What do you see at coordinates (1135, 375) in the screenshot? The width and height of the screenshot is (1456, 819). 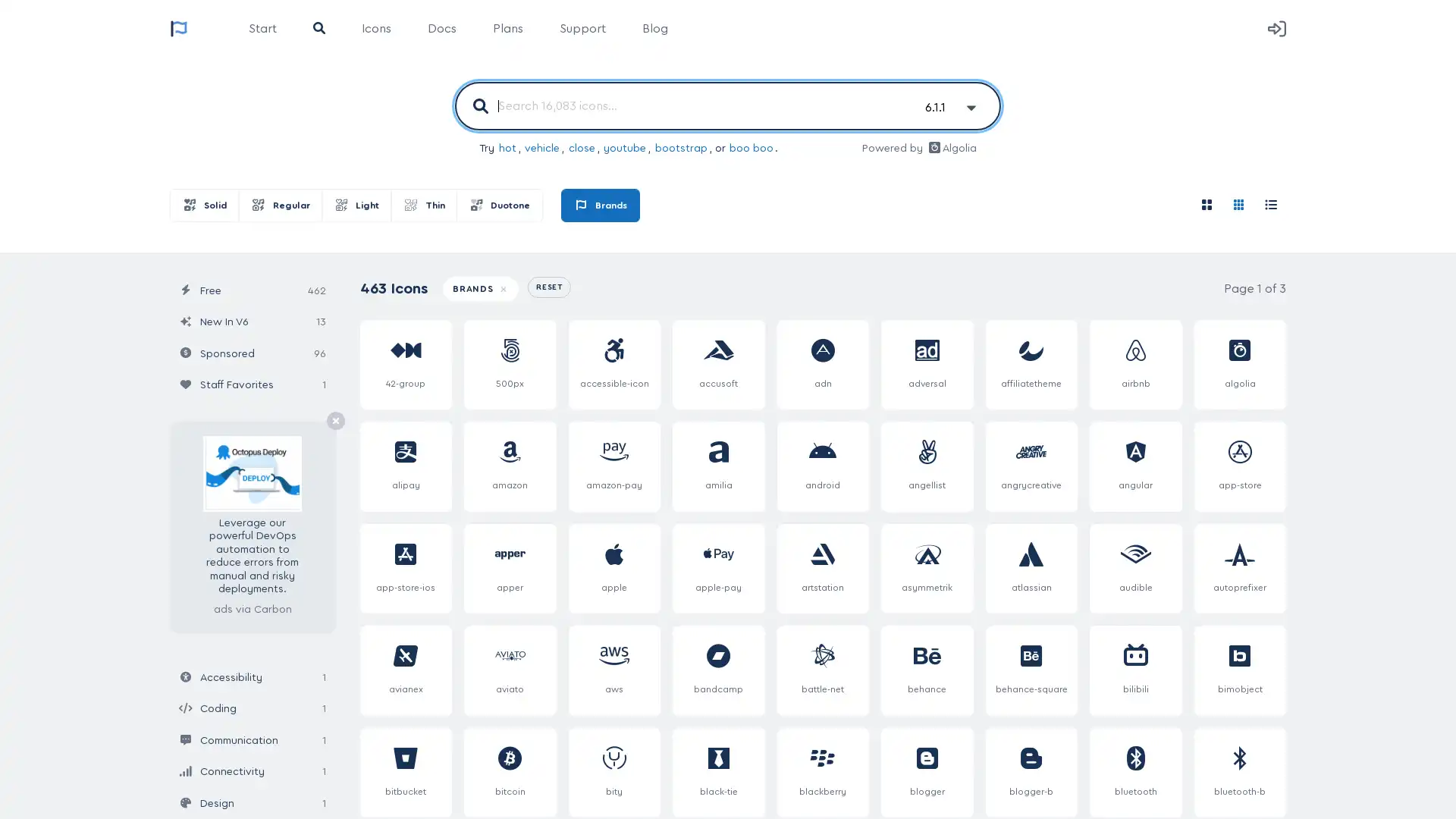 I see `airbnb` at bounding box center [1135, 375].